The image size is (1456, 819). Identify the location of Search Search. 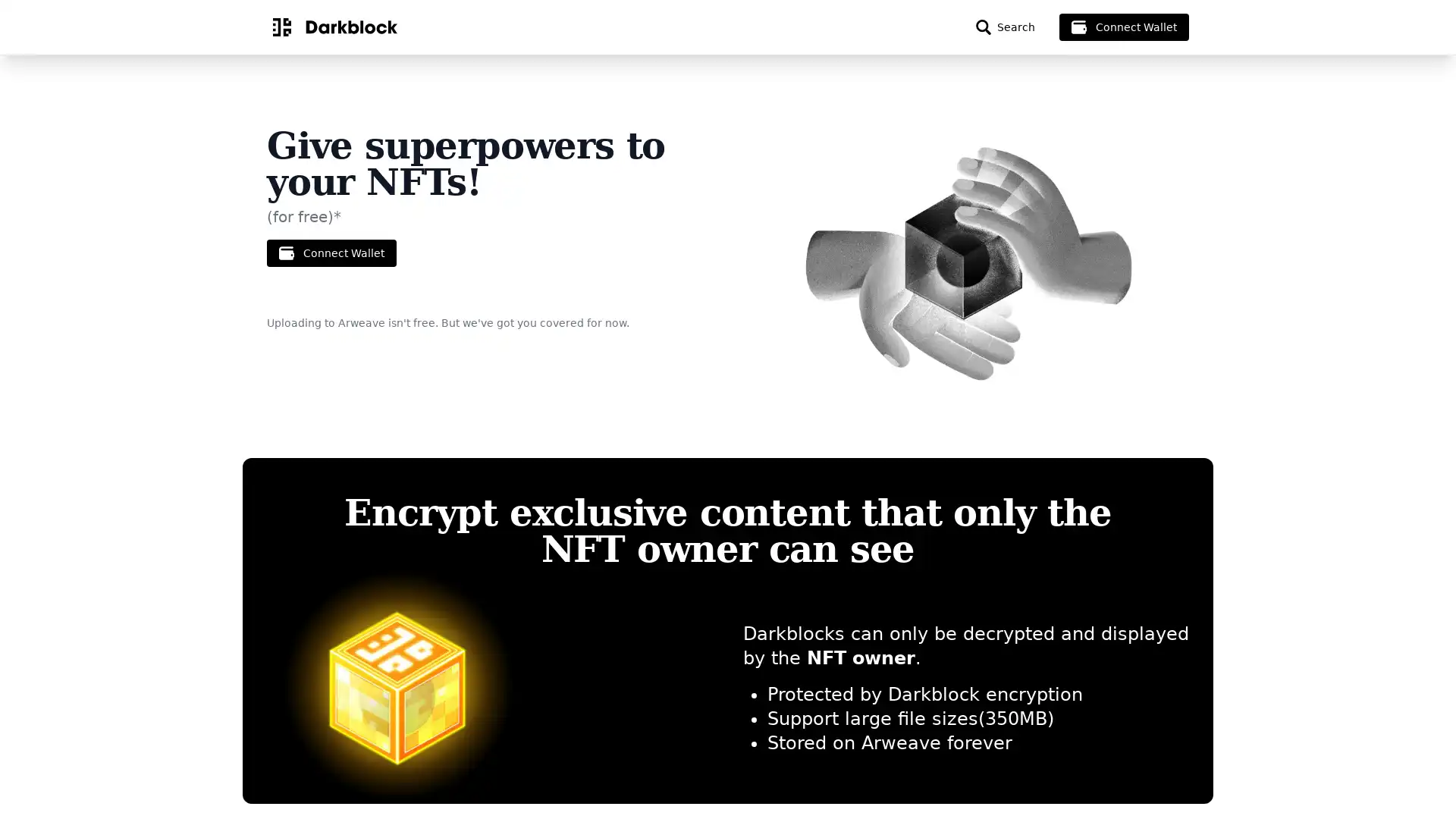
(1005, 27).